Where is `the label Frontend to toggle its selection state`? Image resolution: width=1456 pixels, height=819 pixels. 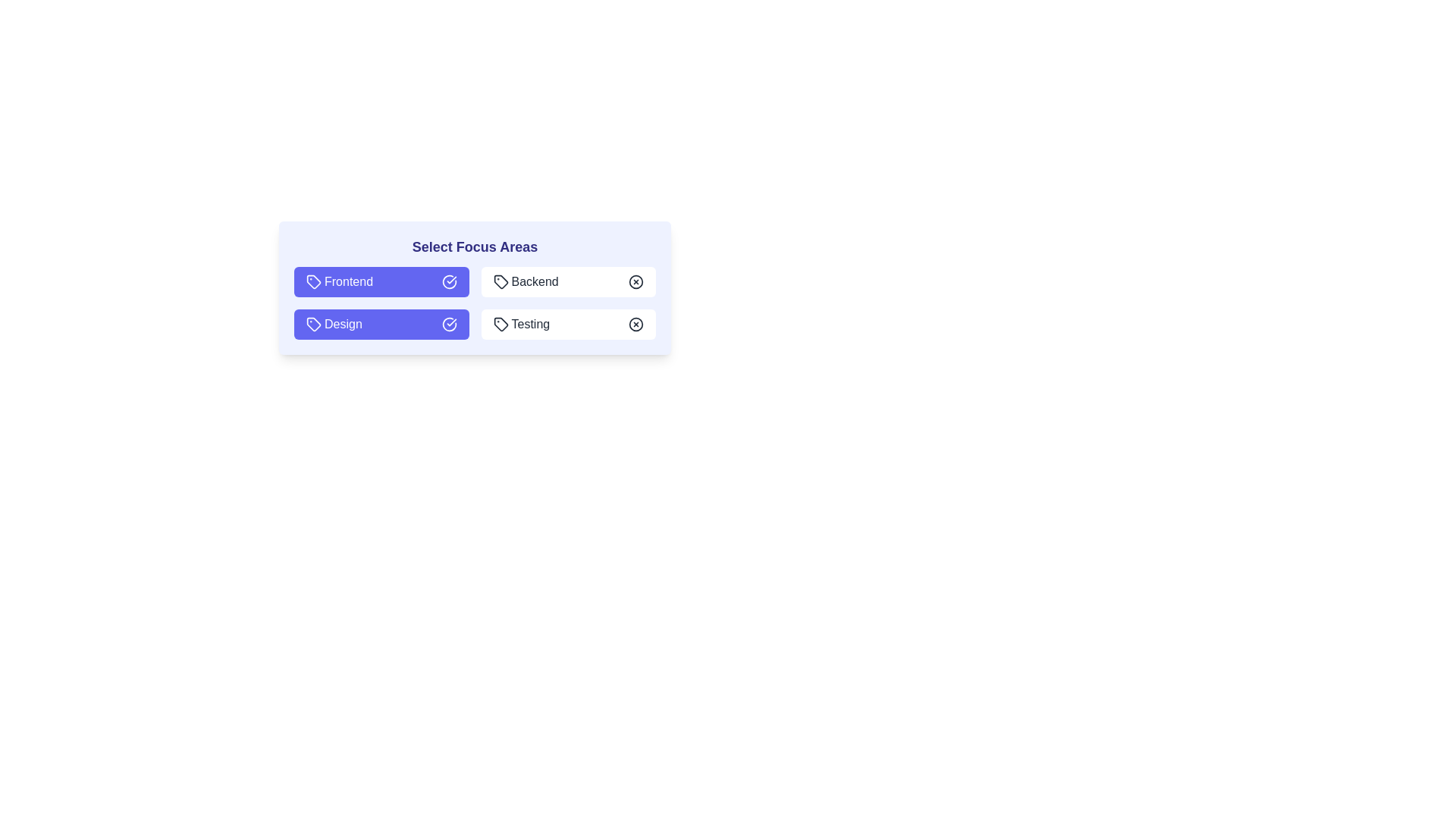
the label Frontend to toggle its selection state is located at coordinates (381, 281).